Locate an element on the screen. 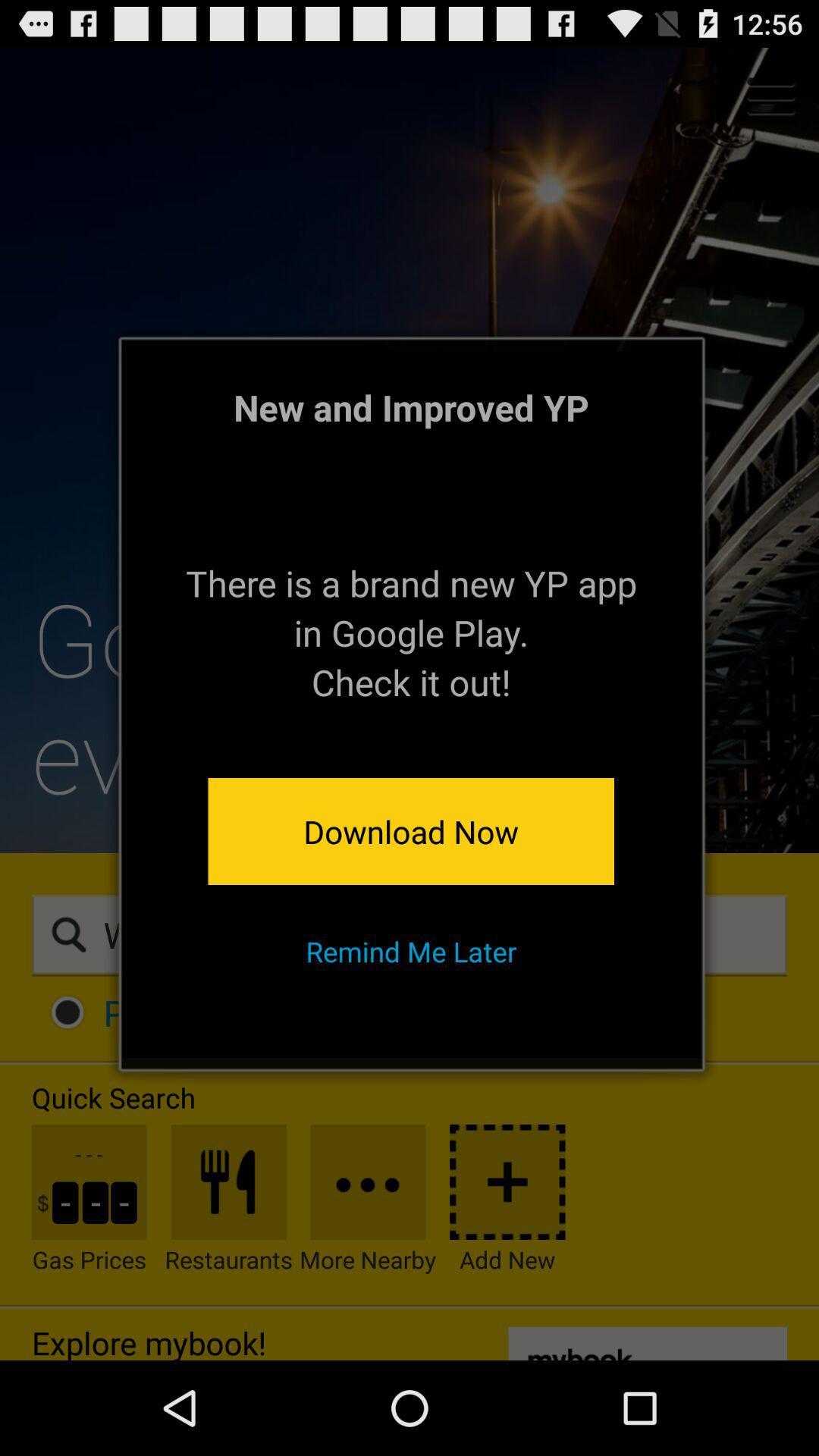 The image size is (819, 1456). item below the download now is located at coordinates (411, 950).